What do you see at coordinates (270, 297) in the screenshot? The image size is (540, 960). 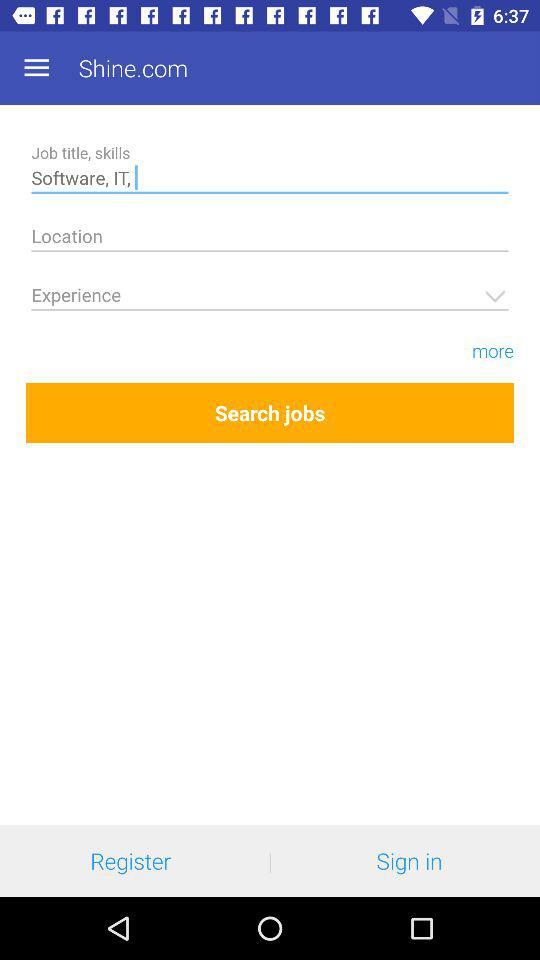 I see `the working year` at bounding box center [270, 297].